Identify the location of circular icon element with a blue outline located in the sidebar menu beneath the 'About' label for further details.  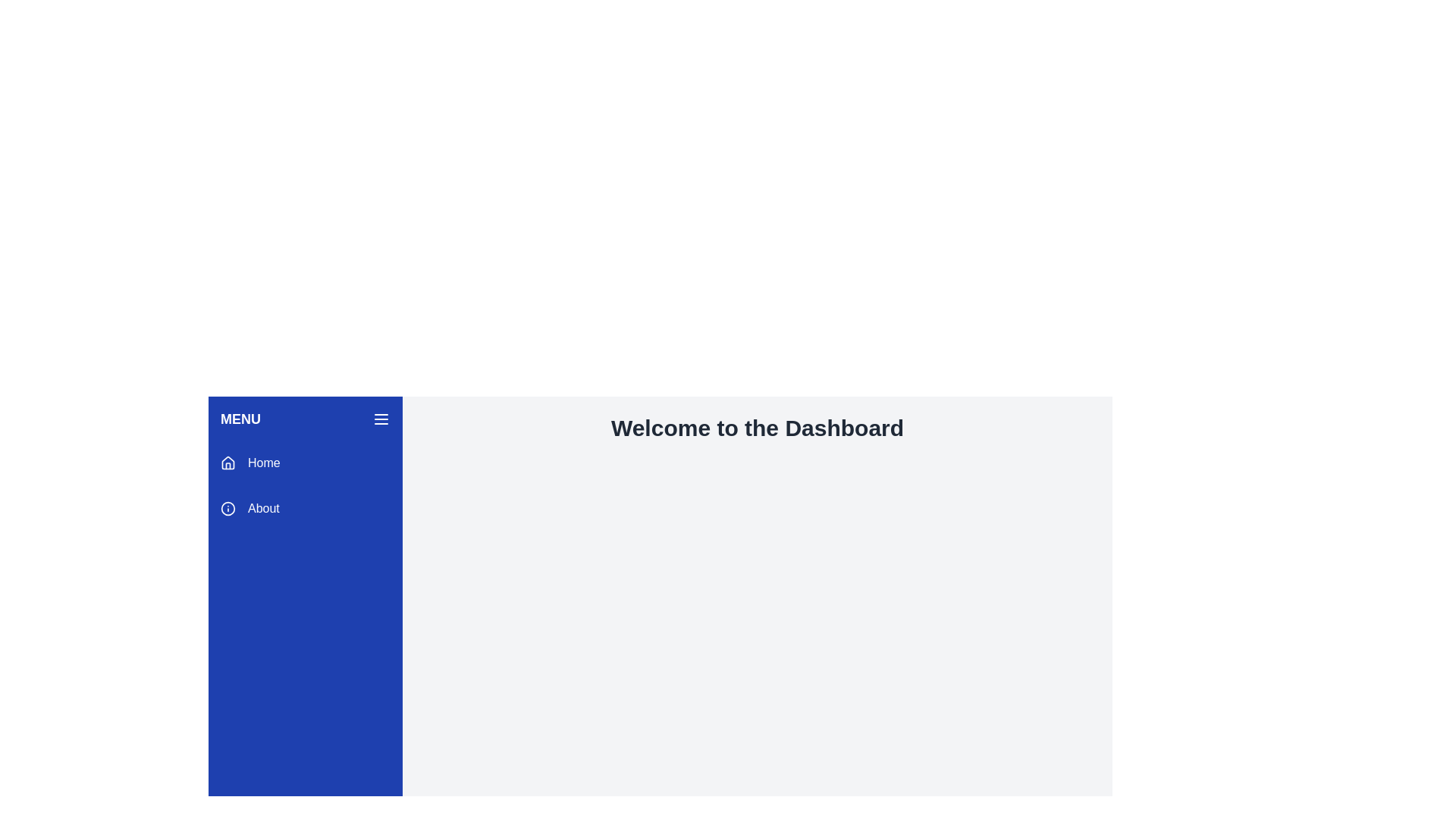
(227, 509).